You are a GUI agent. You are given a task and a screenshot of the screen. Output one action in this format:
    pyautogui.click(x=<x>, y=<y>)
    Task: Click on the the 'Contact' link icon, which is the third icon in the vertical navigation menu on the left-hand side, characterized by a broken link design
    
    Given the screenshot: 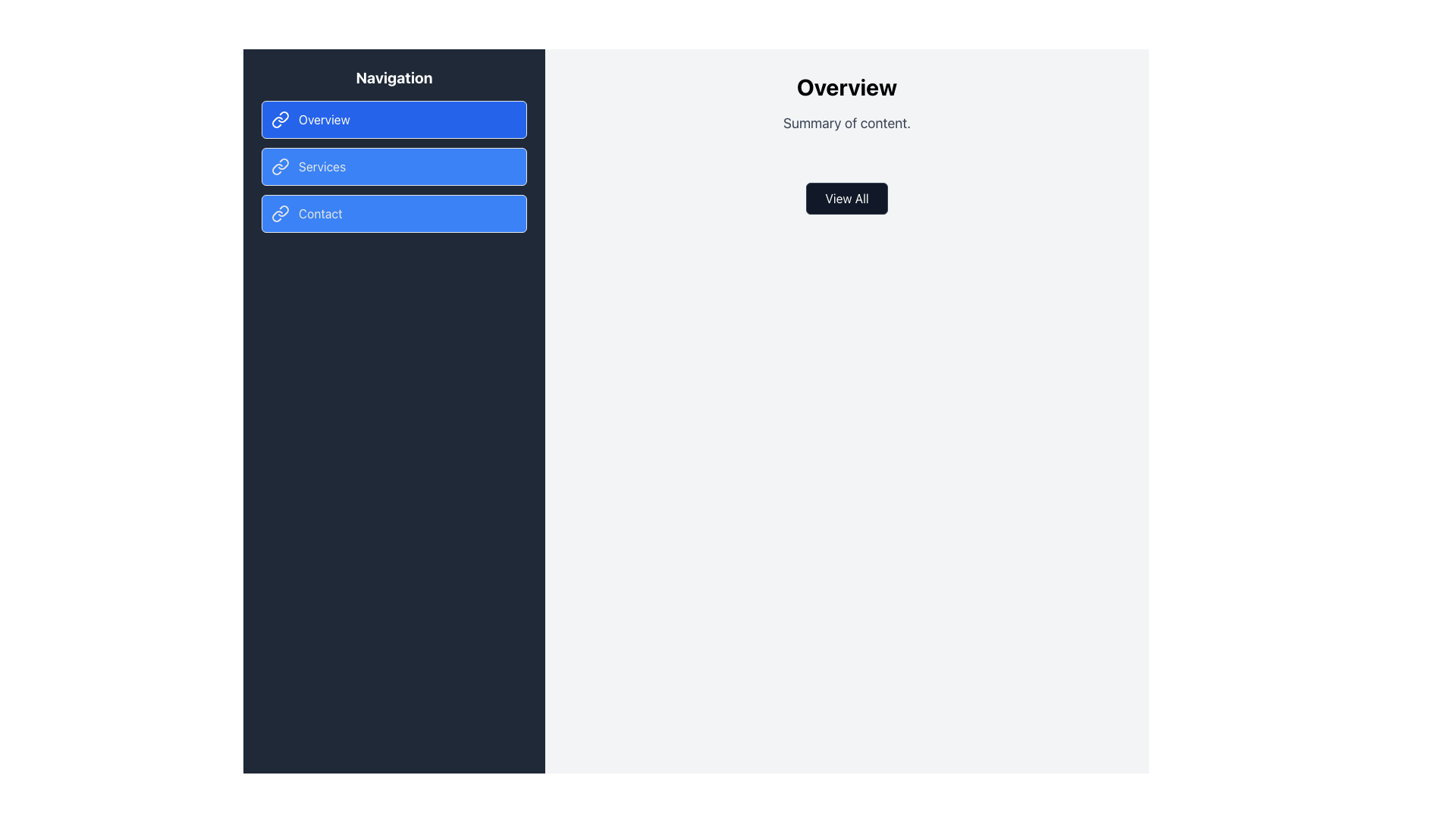 What is the action you would take?
    pyautogui.click(x=277, y=216)
    